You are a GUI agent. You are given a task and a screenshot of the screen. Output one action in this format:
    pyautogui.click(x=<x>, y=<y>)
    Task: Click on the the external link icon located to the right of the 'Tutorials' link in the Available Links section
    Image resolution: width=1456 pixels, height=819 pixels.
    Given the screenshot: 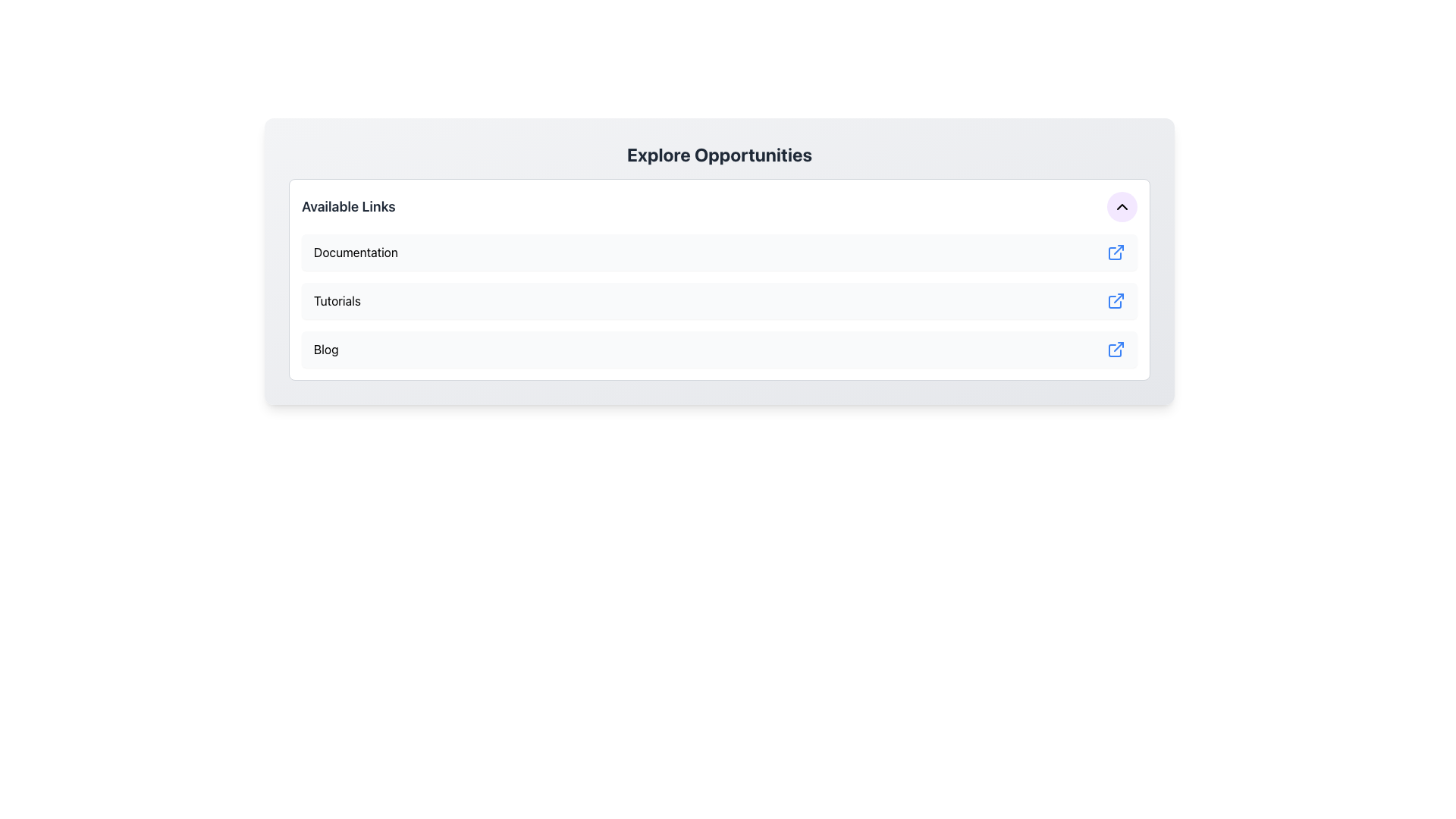 What is the action you would take?
    pyautogui.click(x=1119, y=298)
    